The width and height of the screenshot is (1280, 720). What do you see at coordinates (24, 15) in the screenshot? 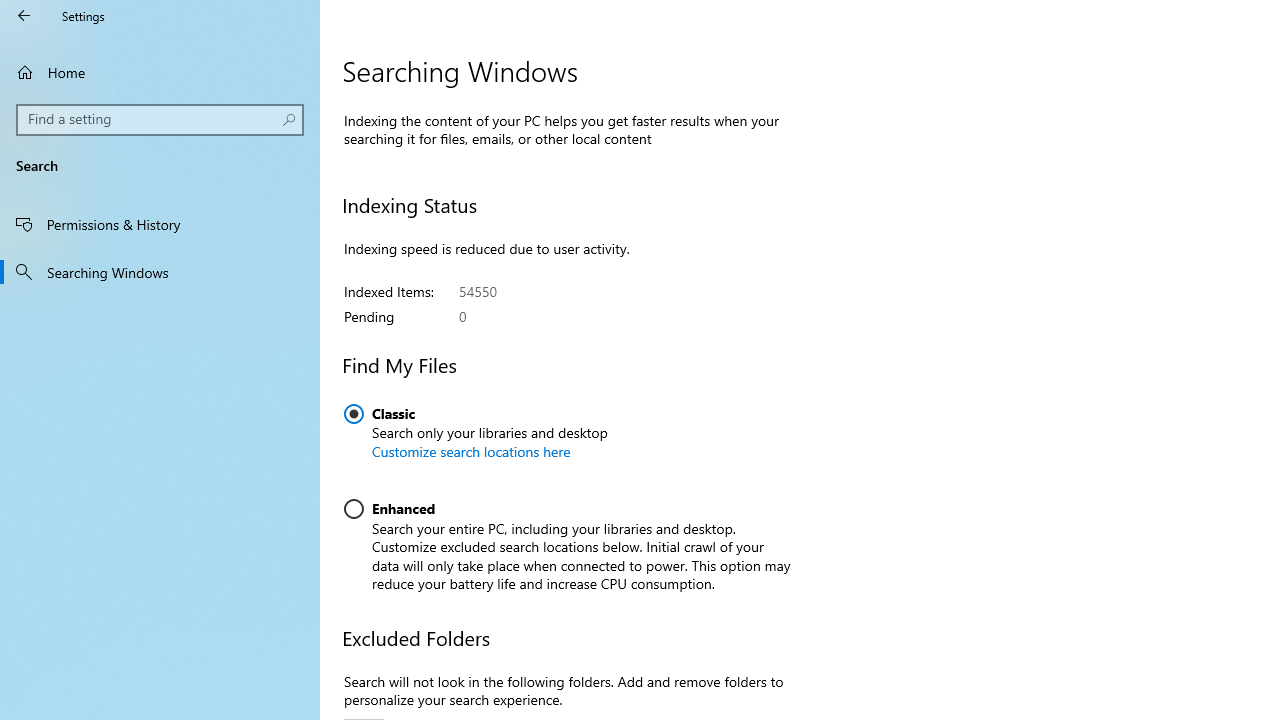
I see `'Back'` at bounding box center [24, 15].